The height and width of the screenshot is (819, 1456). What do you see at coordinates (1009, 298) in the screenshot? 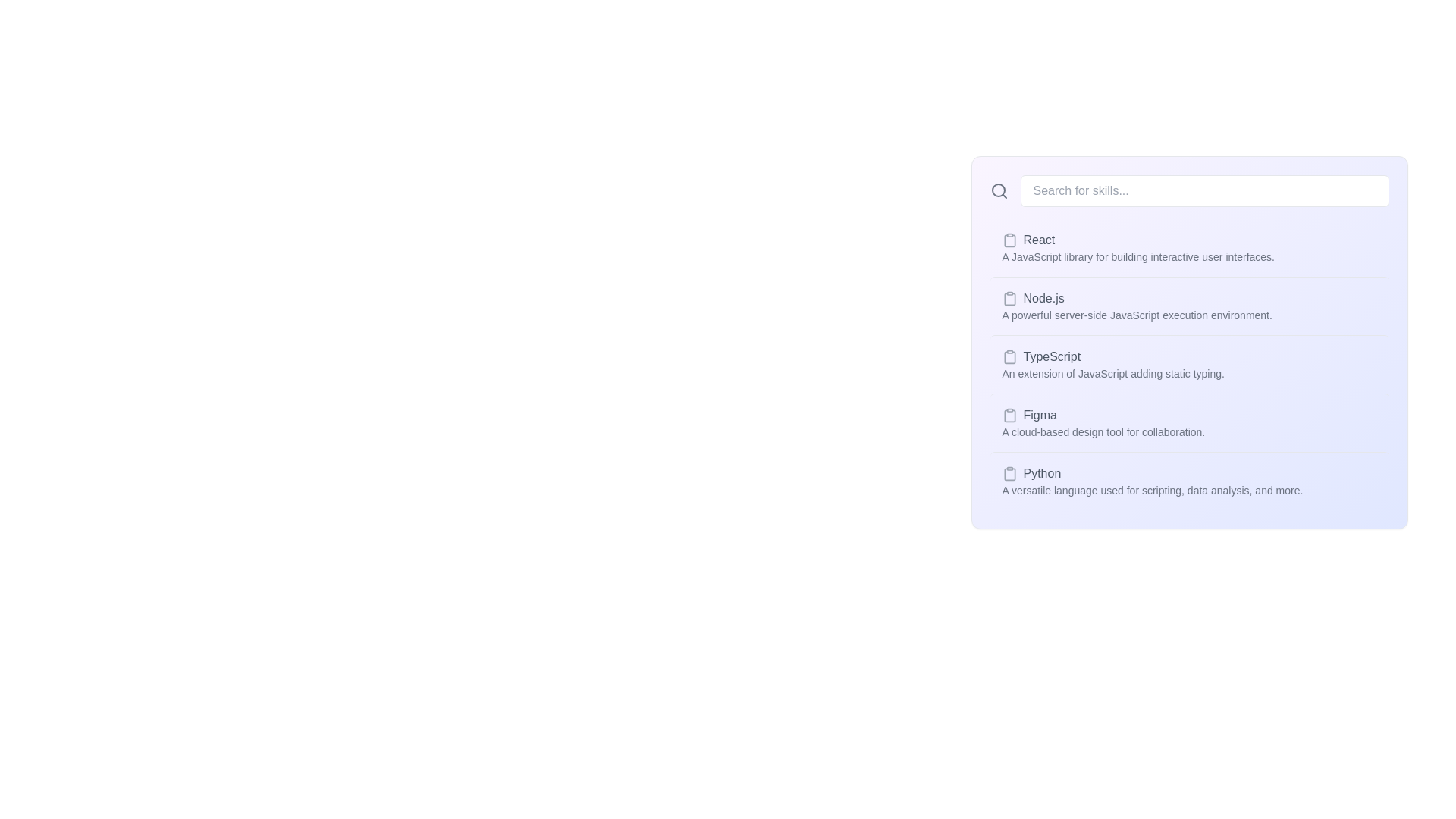
I see `the clipboard icon located to the left of the 'Node.js' text in the vertical list of skills, which is the second item in the list` at bounding box center [1009, 298].